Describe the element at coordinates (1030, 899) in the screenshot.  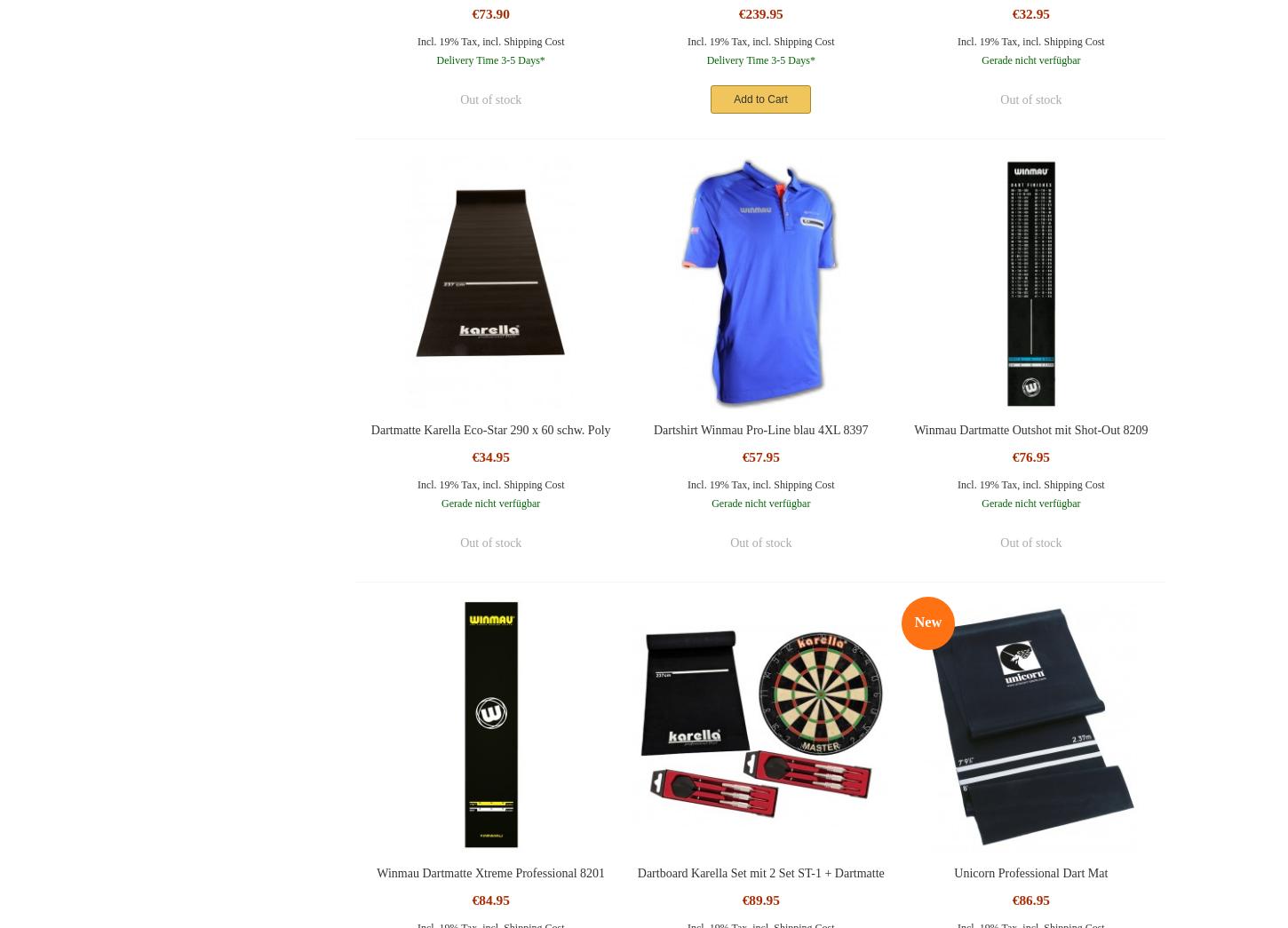
I see `'€86.95'` at that location.